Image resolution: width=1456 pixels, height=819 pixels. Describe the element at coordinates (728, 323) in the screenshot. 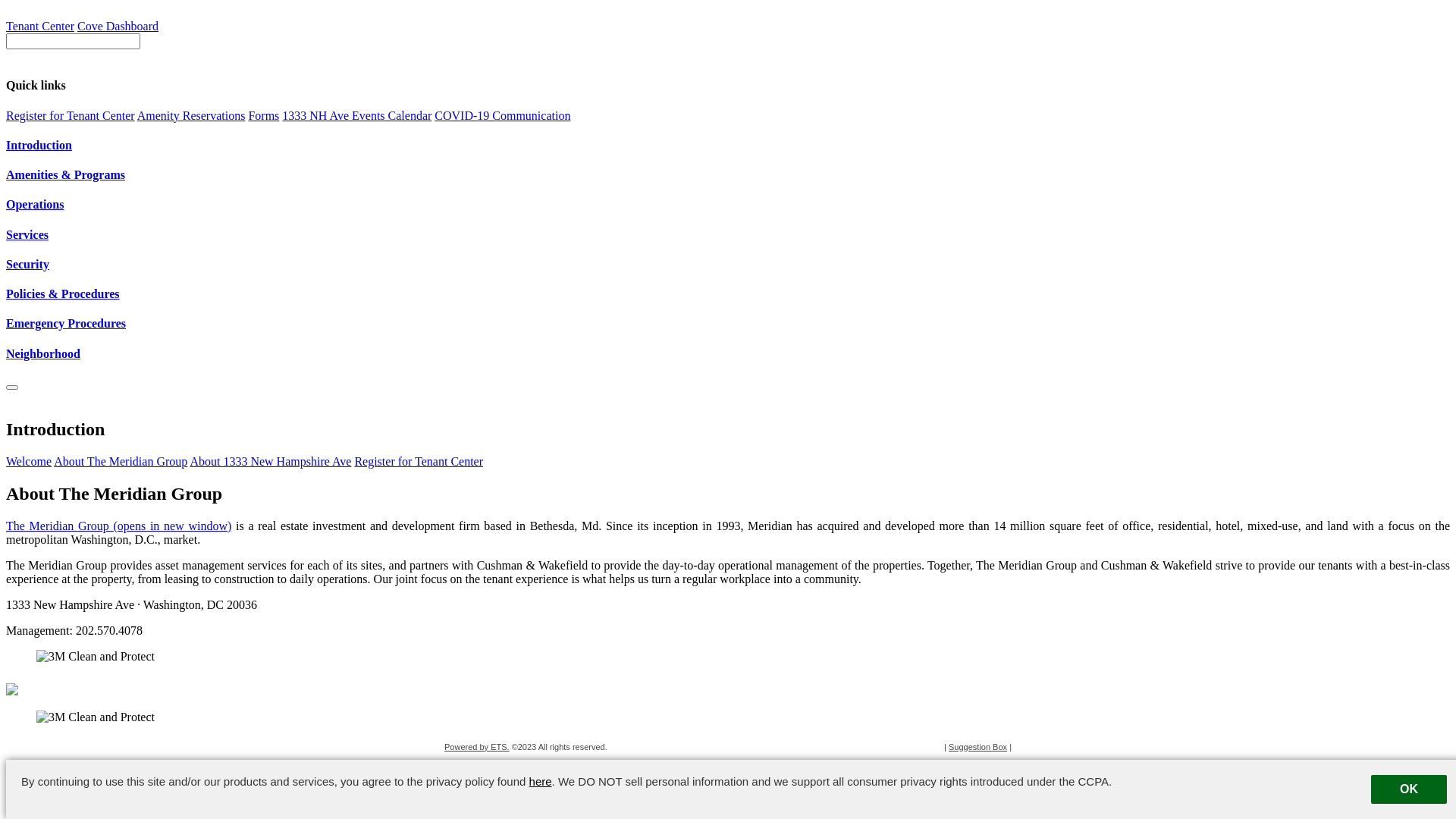

I see `'Emergency Procedures'` at that location.